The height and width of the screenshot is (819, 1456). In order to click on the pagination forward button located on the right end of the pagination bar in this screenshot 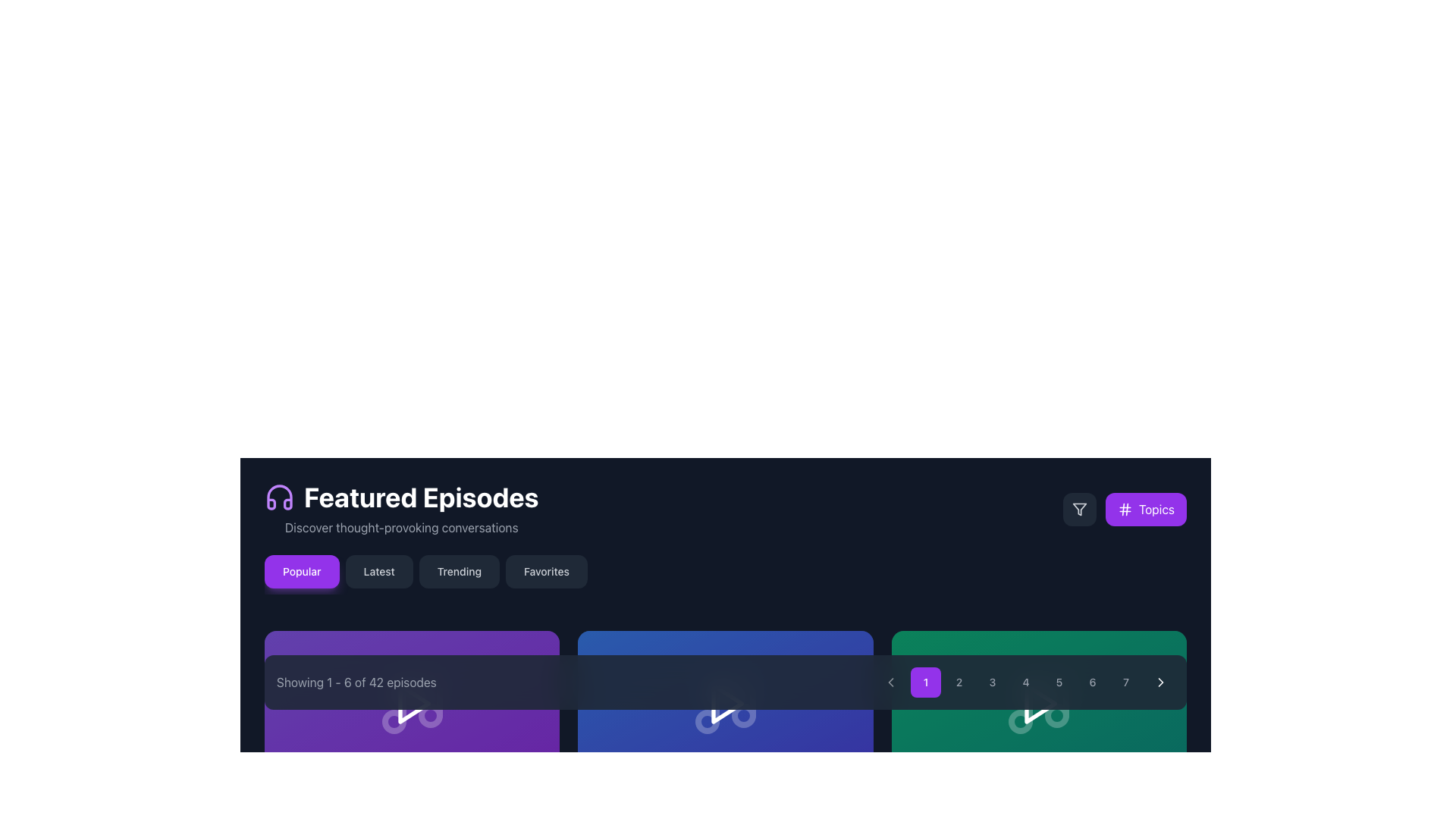, I will do `click(1160, 681)`.